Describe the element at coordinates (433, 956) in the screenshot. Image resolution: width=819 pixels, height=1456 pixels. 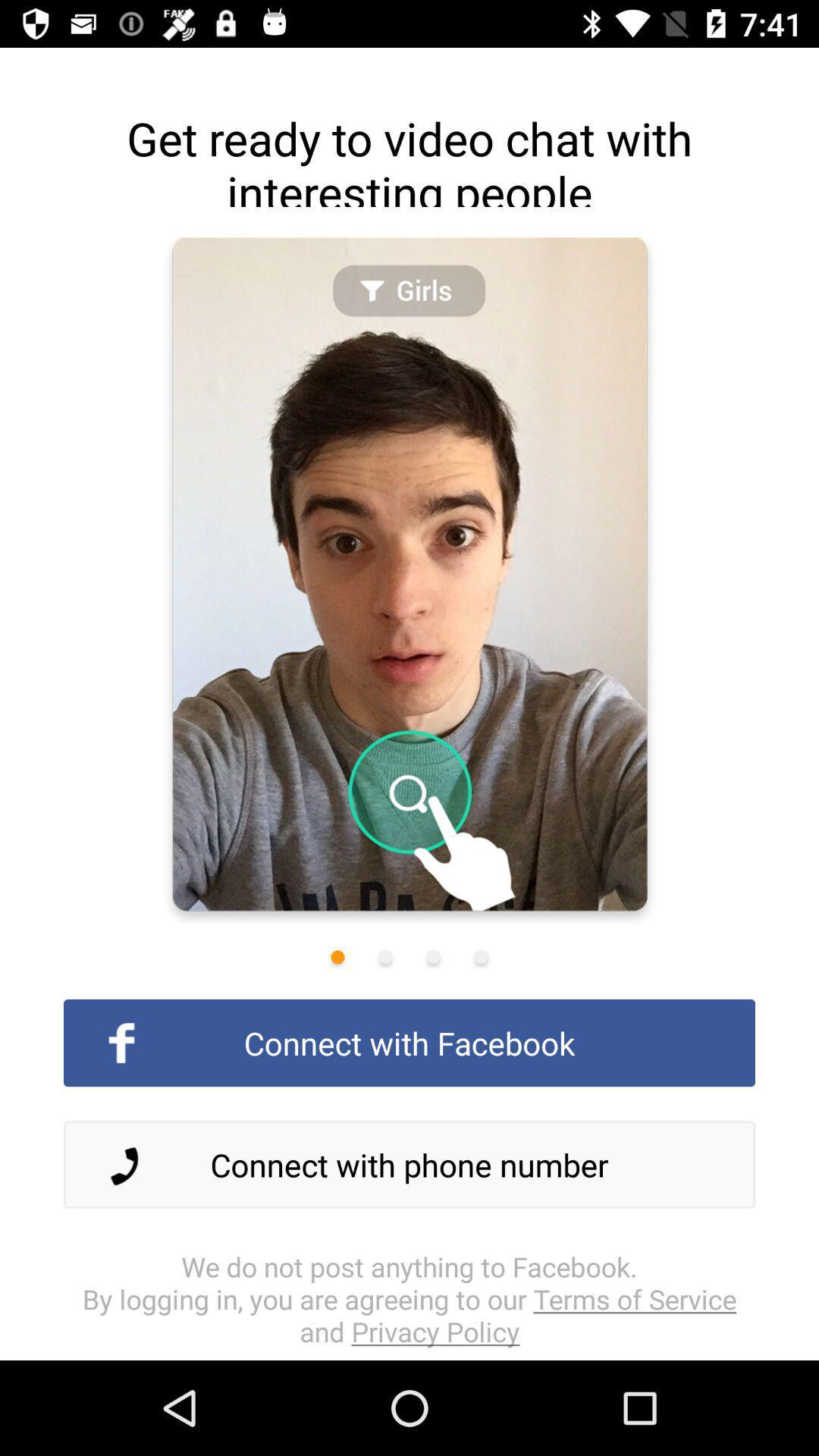
I see `alerta para pagina` at that location.